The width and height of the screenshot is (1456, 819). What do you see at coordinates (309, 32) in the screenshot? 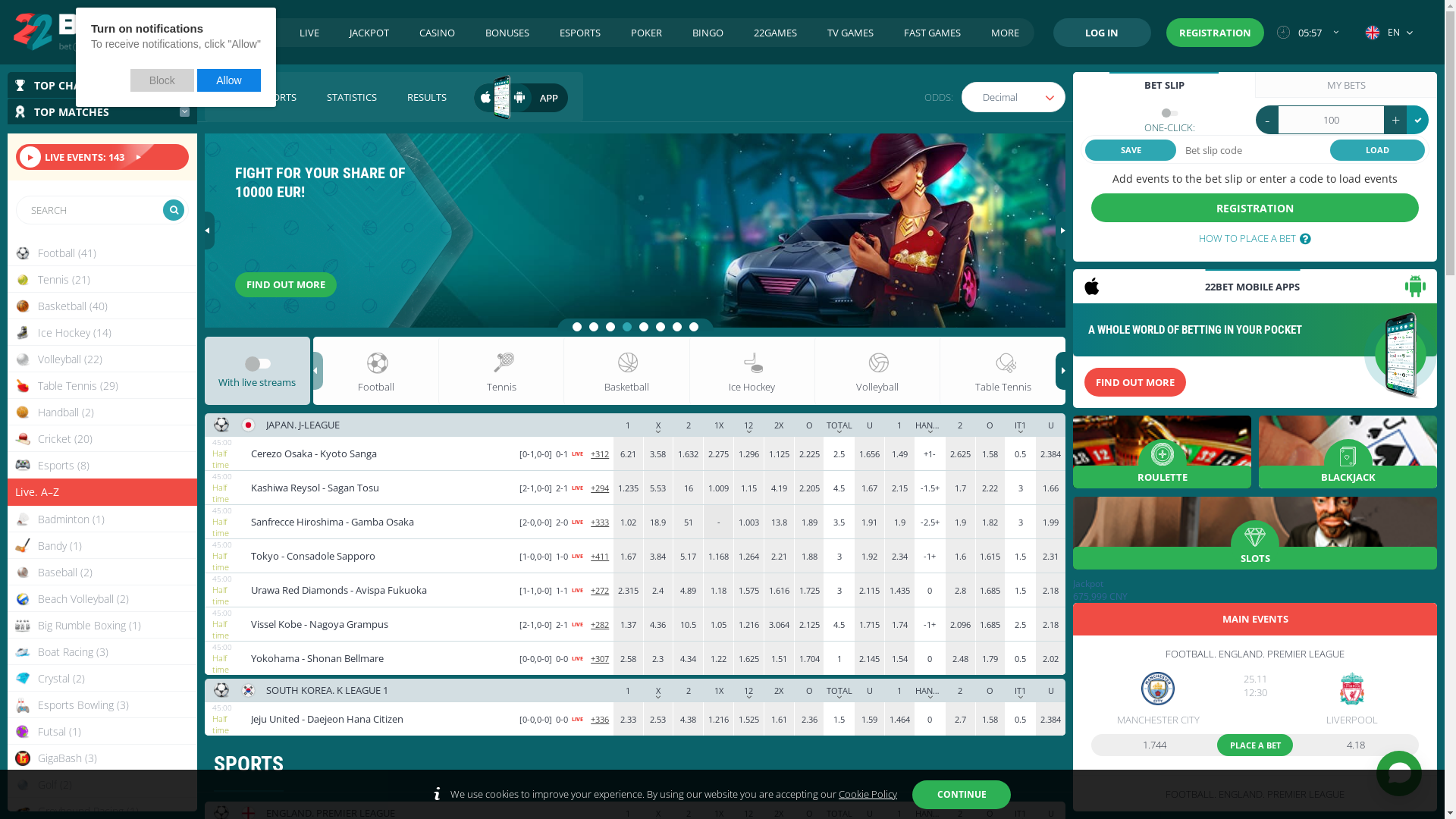
I see `'LIVE'` at bounding box center [309, 32].